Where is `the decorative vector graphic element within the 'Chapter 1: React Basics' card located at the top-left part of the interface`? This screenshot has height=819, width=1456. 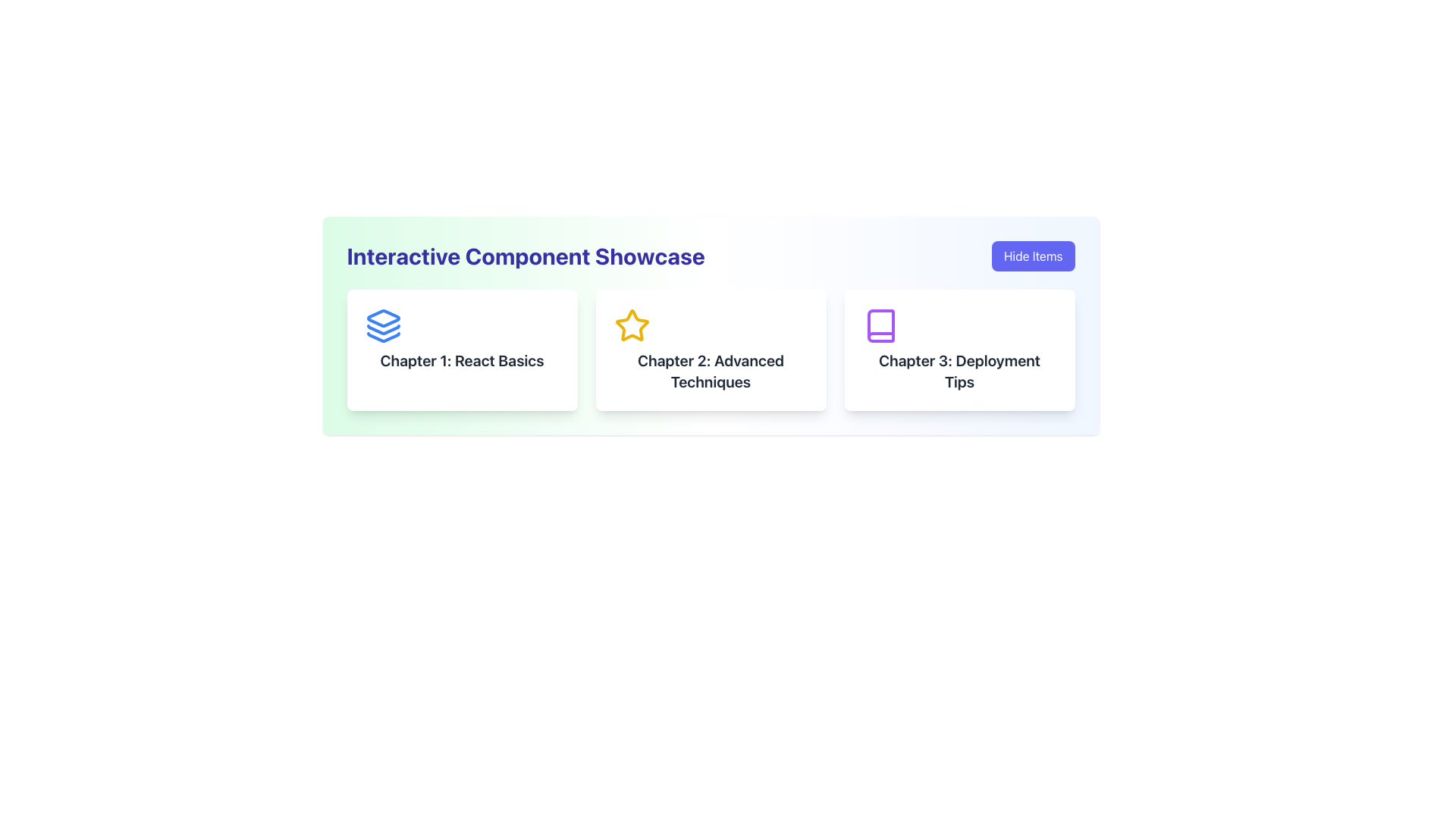 the decorative vector graphic element within the 'Chapter 1: React Basics' card located at the top-left part of the interface is located at coordinates (383, 329).